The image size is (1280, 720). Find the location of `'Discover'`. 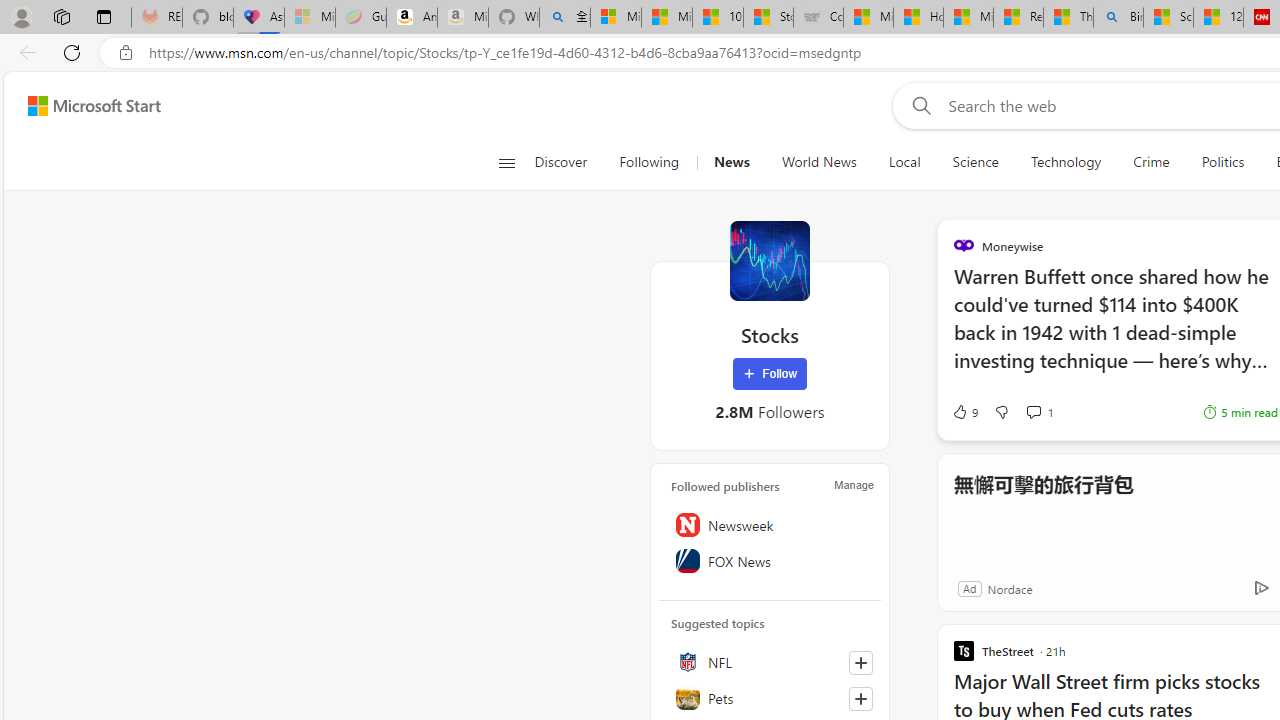

'Discover' is located at coordinates (560, 162).